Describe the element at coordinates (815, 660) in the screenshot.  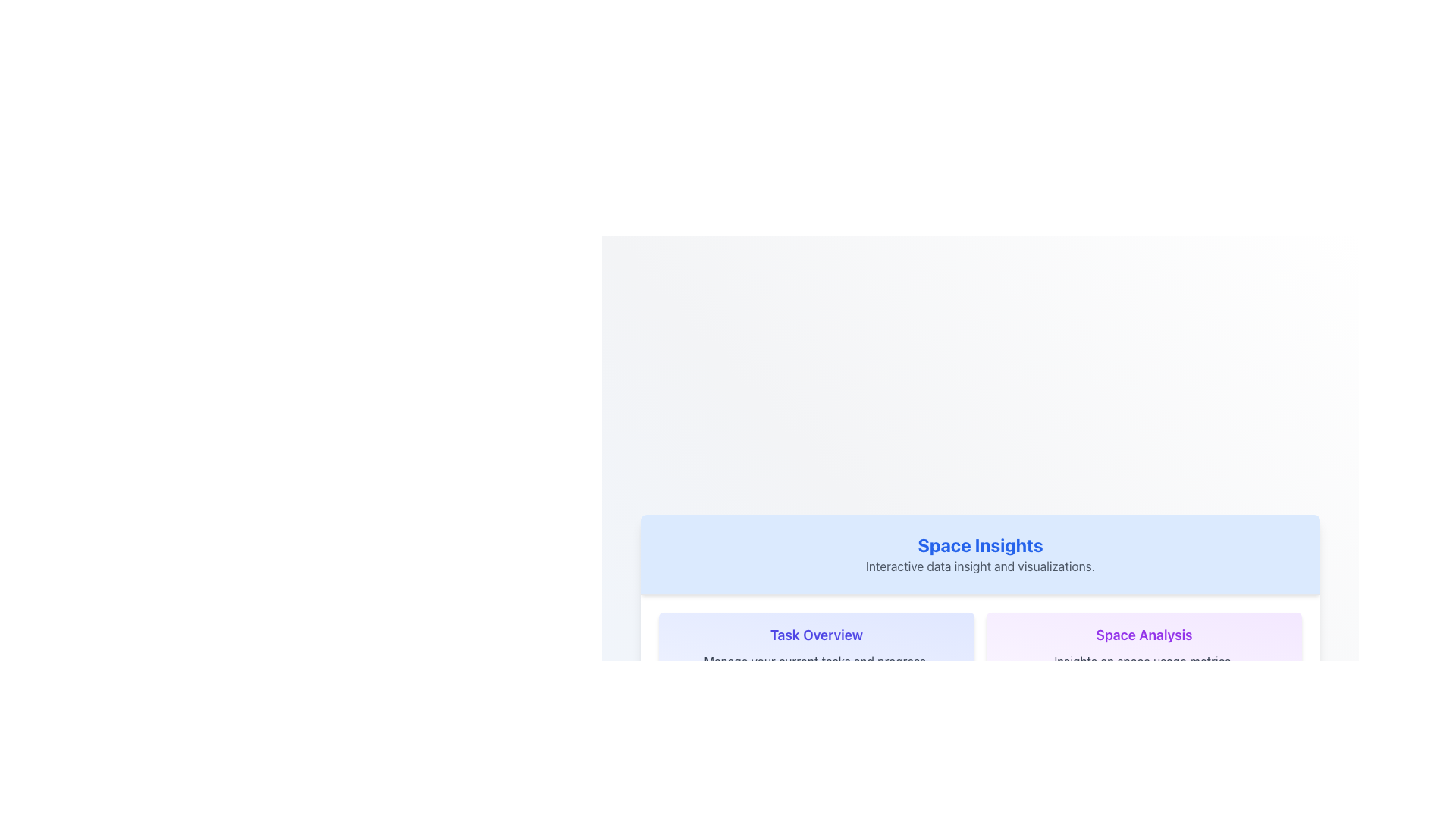
I see `the text element 'Manage your current tasks and progress.' which is styled in gray color and located below the title 'Task Overview' within a card-like section` at that location.